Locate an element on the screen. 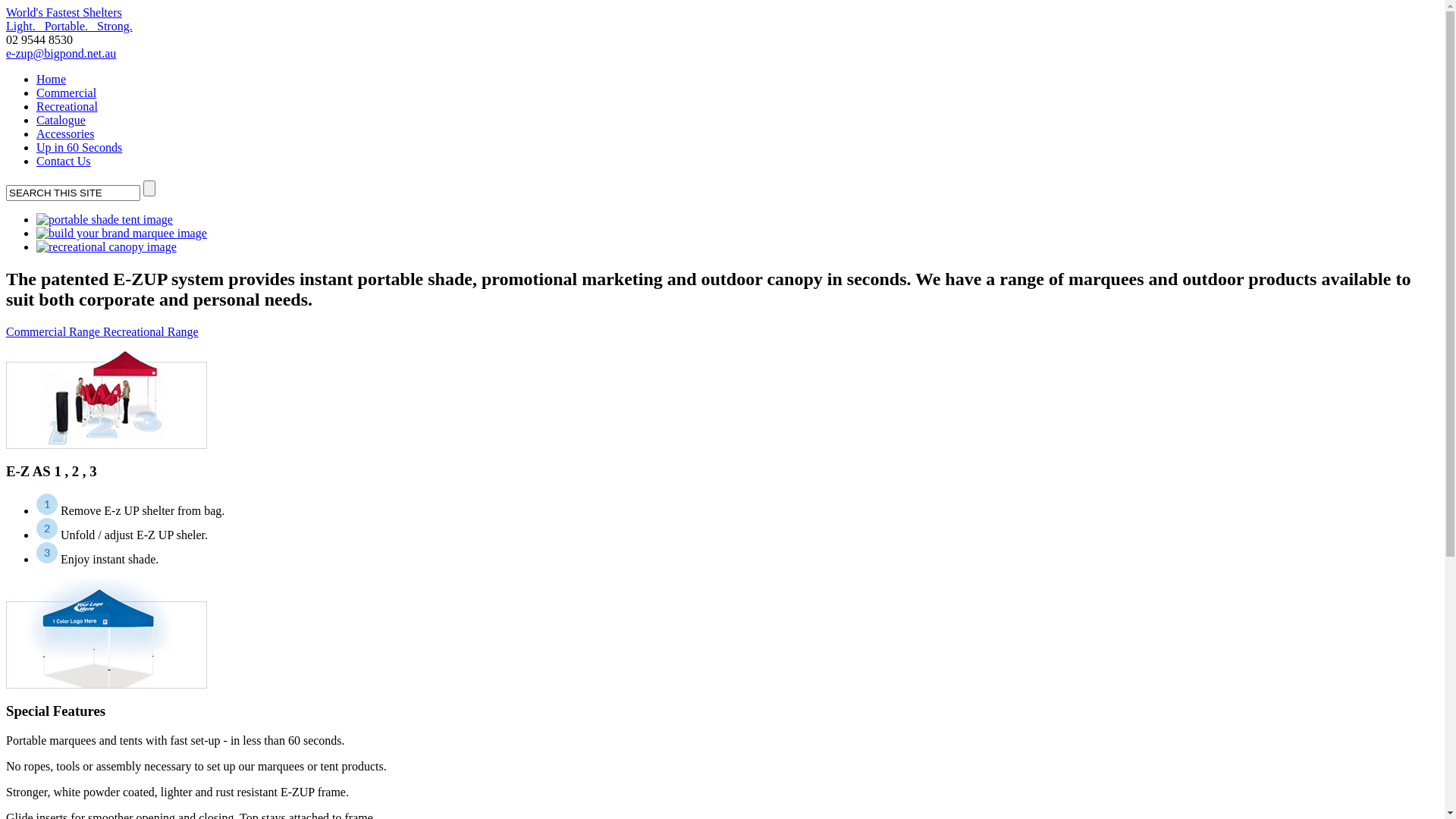  'World's Fastest Shelters is located at coordinates (721, 20).